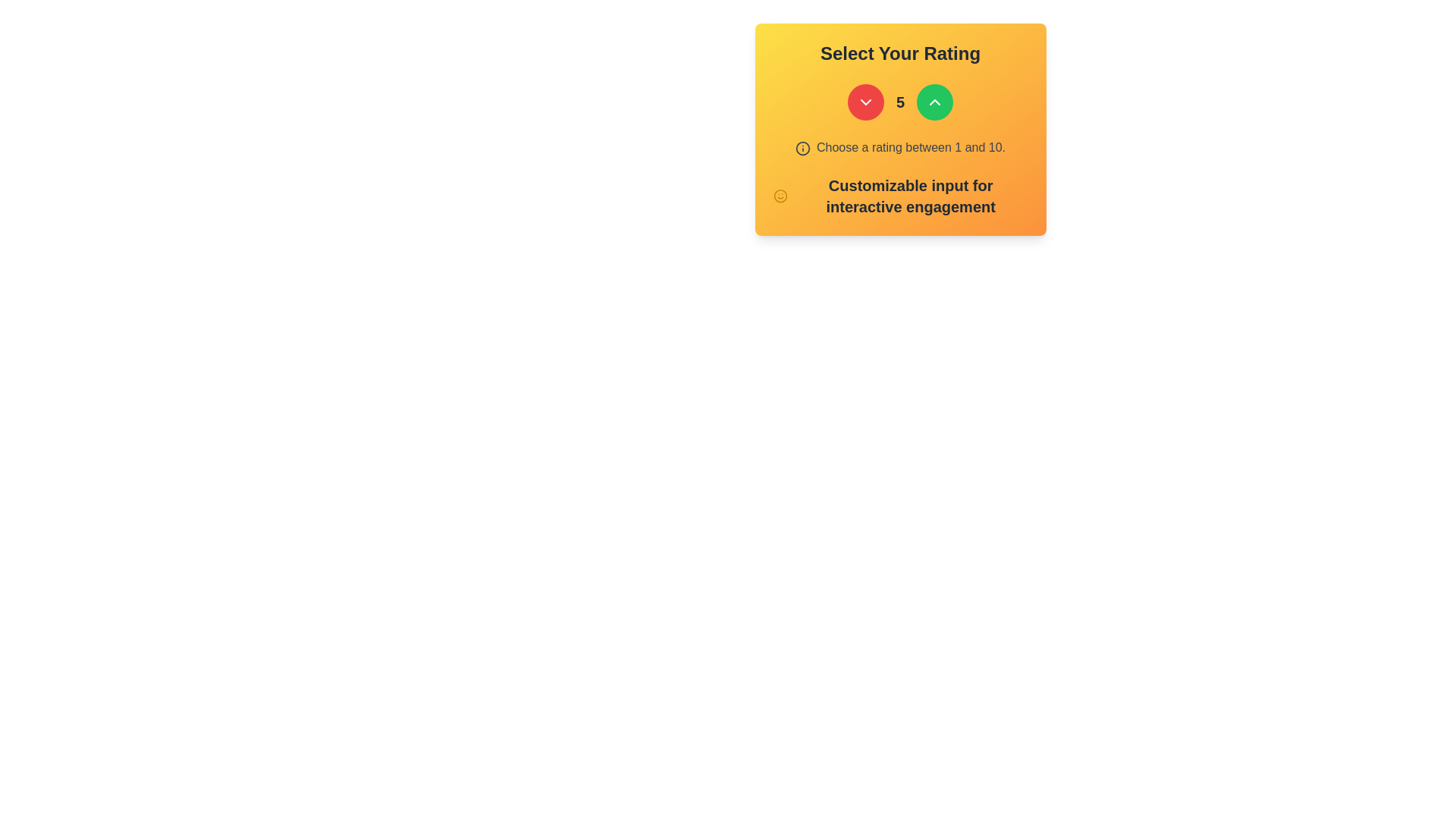  Describe the element at coordinates (934, 102) in the screenshot. I see `the increment button located to the right of the numerical rating '5' and to the left of the rating title 'Select Your Rating'` at that location.